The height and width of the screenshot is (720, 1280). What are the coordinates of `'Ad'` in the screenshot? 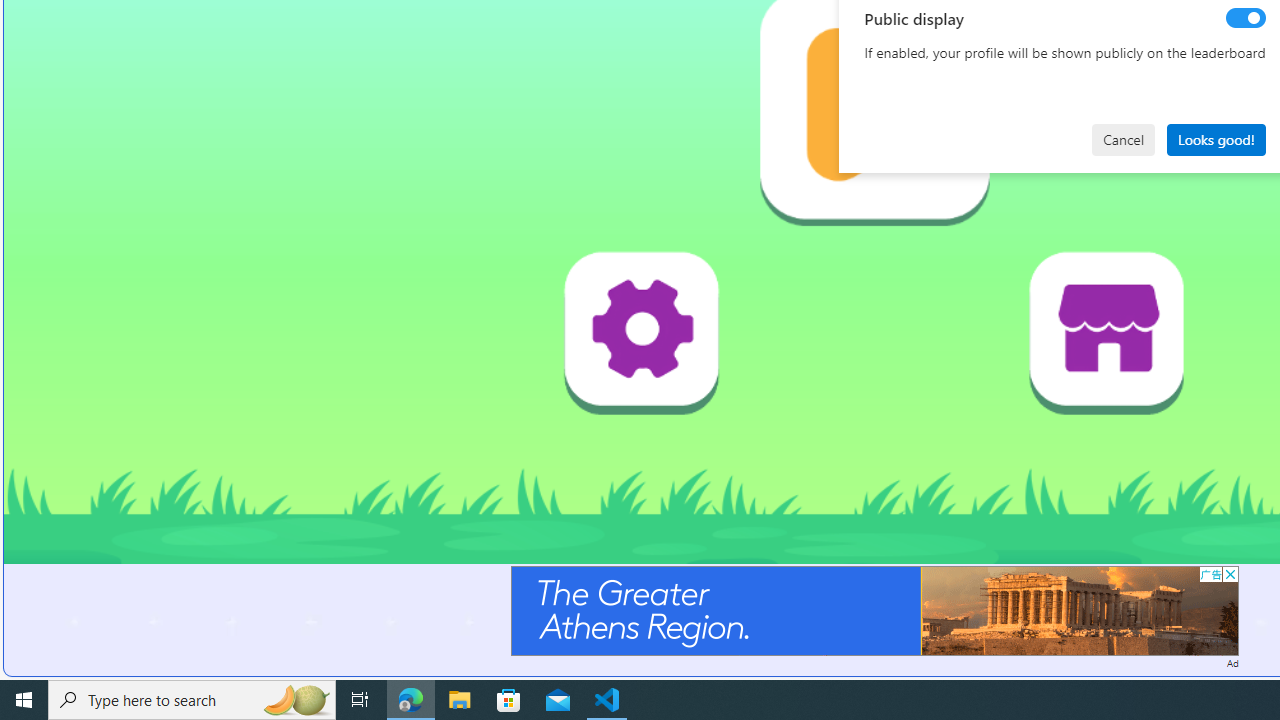 It's located at (1231, 662).